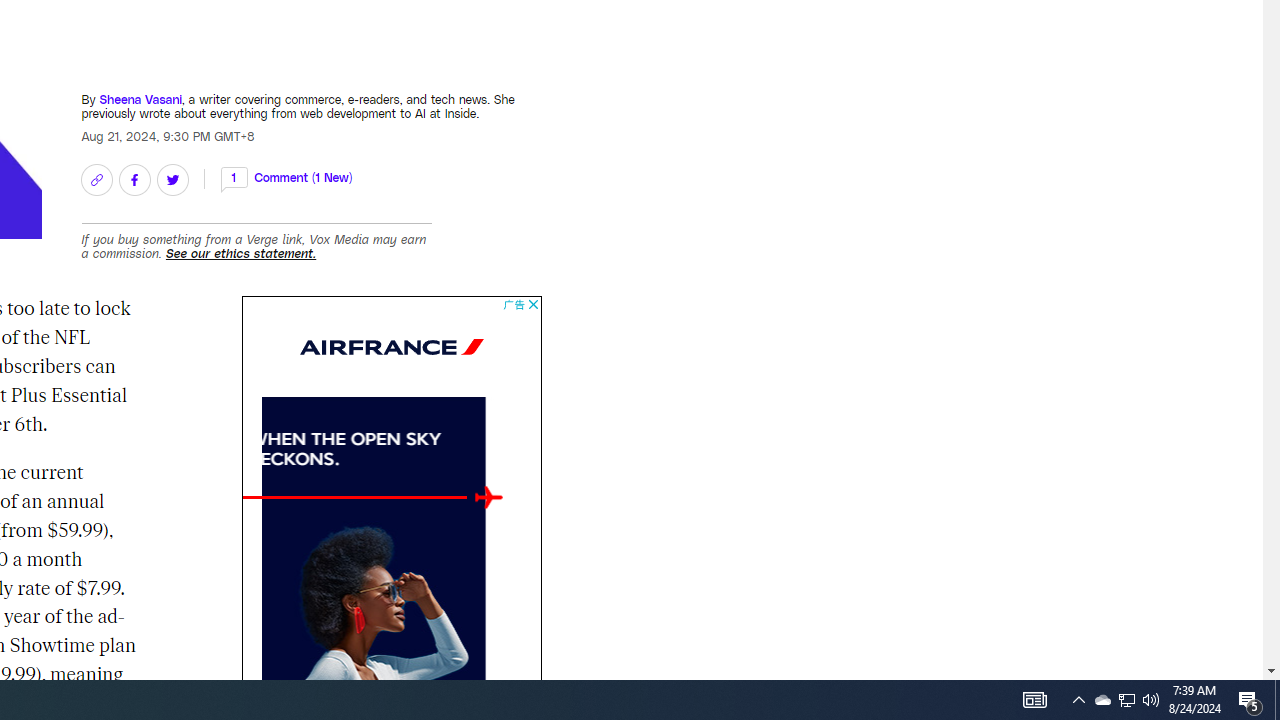  I want to click on 'See our ethics statement.', so click(240, 252).